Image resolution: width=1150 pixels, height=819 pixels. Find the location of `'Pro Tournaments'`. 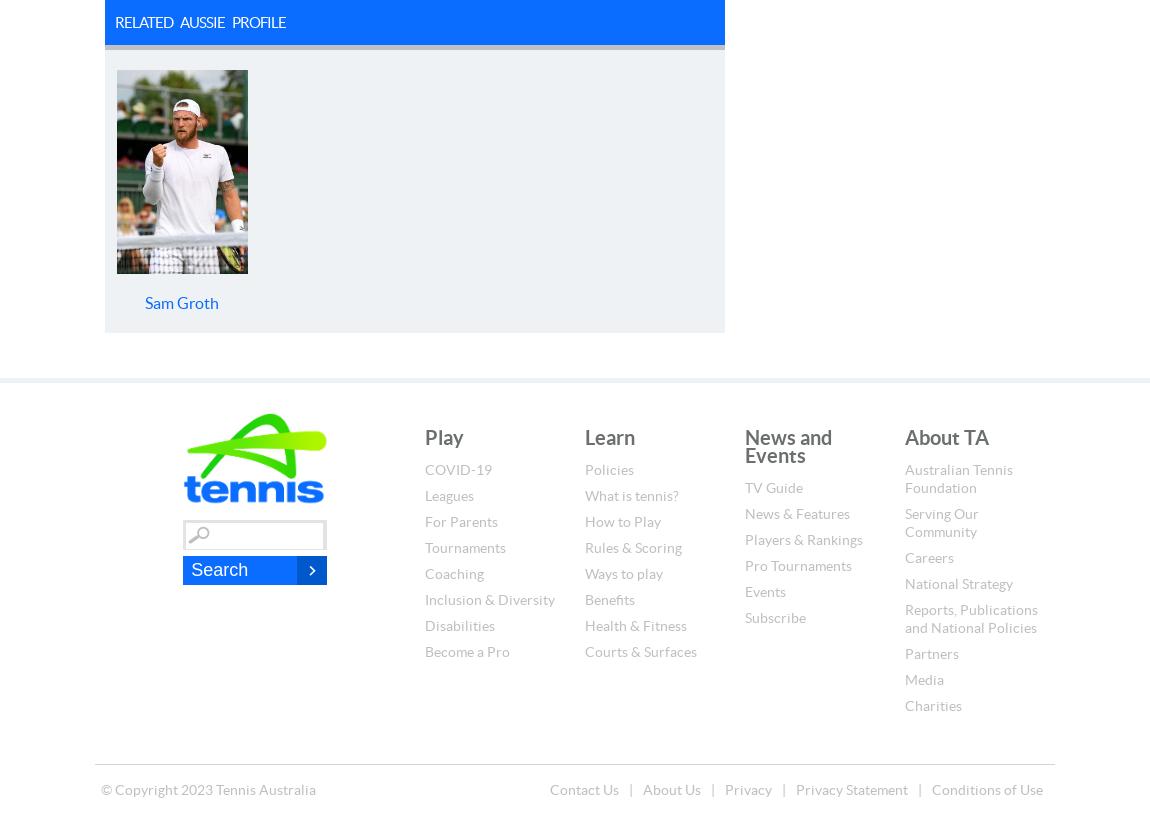

'Pro Tournaments' is located at coordinates (796, 566).